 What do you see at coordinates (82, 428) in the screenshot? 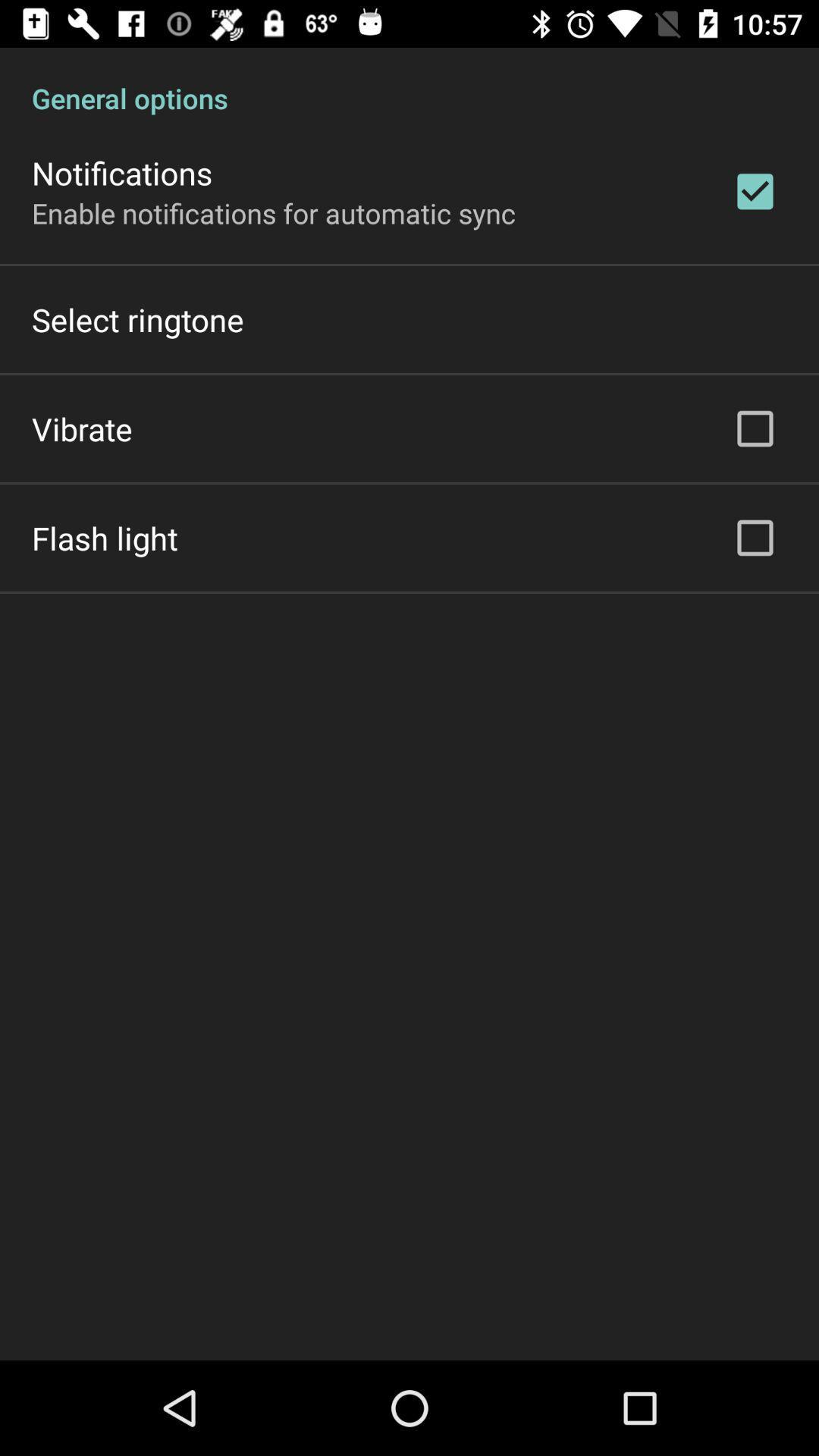
I see `the vibrate` at bounding box center [82, 428].